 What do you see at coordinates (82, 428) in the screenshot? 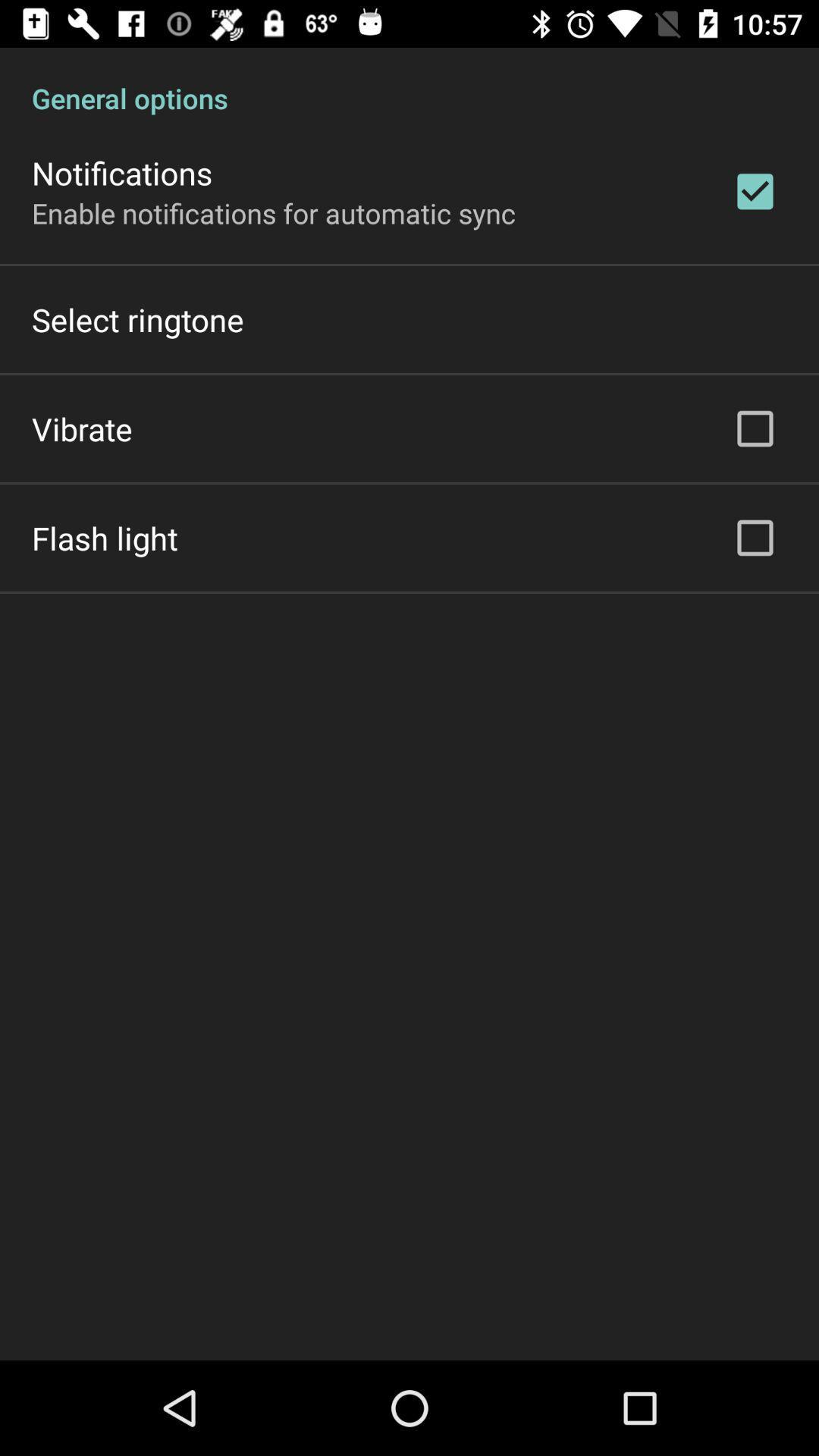
I see `the vibrate` at bounding box center [82, 428].